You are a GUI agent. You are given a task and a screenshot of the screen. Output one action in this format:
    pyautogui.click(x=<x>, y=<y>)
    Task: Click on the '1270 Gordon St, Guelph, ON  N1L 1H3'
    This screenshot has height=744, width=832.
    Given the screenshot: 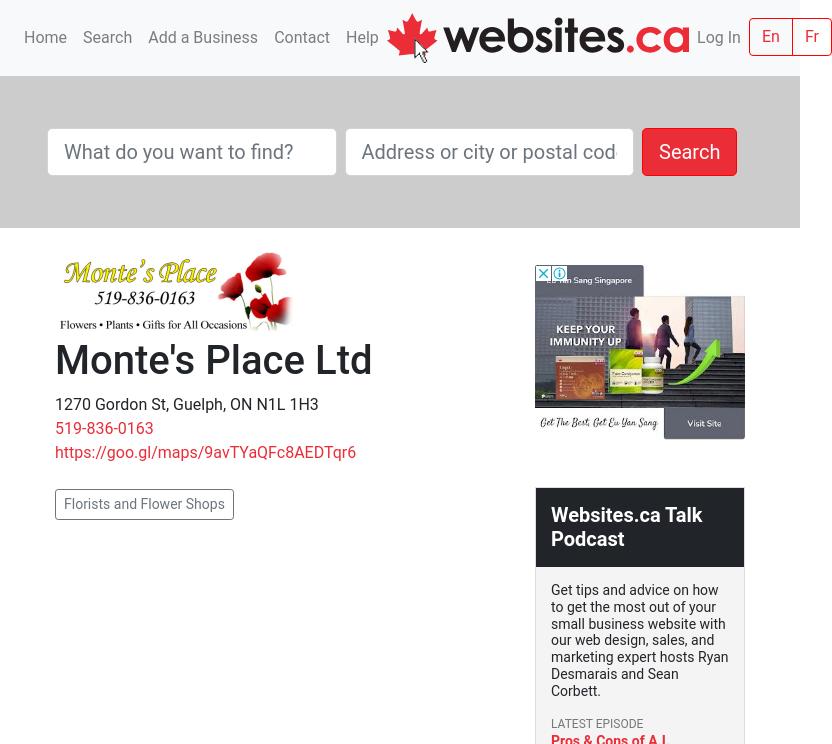 What is the action you would take?
    pyautogui.click(x=185, y=403)
    